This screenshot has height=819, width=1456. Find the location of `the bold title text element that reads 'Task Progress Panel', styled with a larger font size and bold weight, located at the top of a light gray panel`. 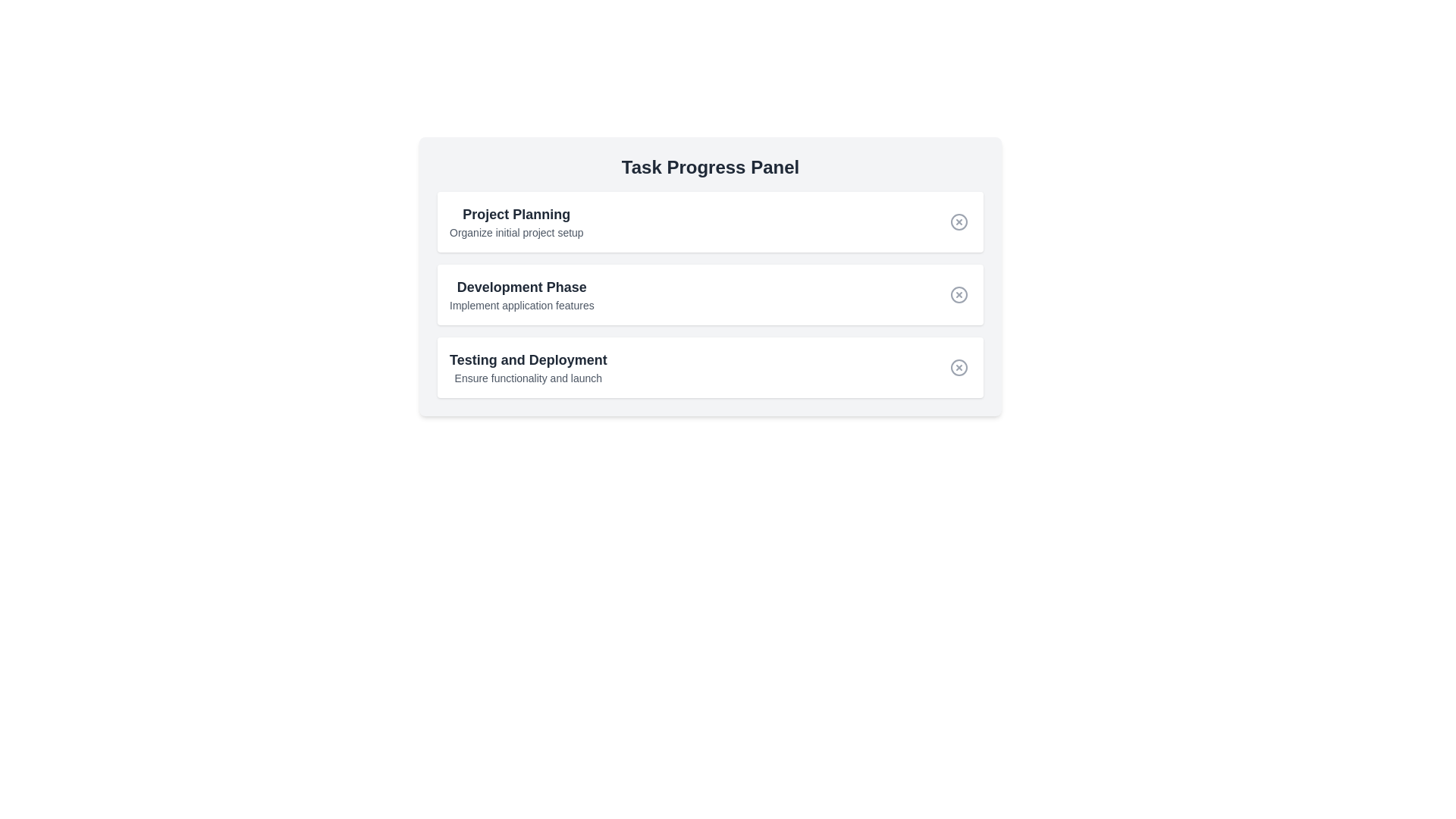

the bold title text element that reads 'Task Progress Panel', styled with a larger font size and bold weight, located at the top of a light gray panel is located at coordinates (709, 167).